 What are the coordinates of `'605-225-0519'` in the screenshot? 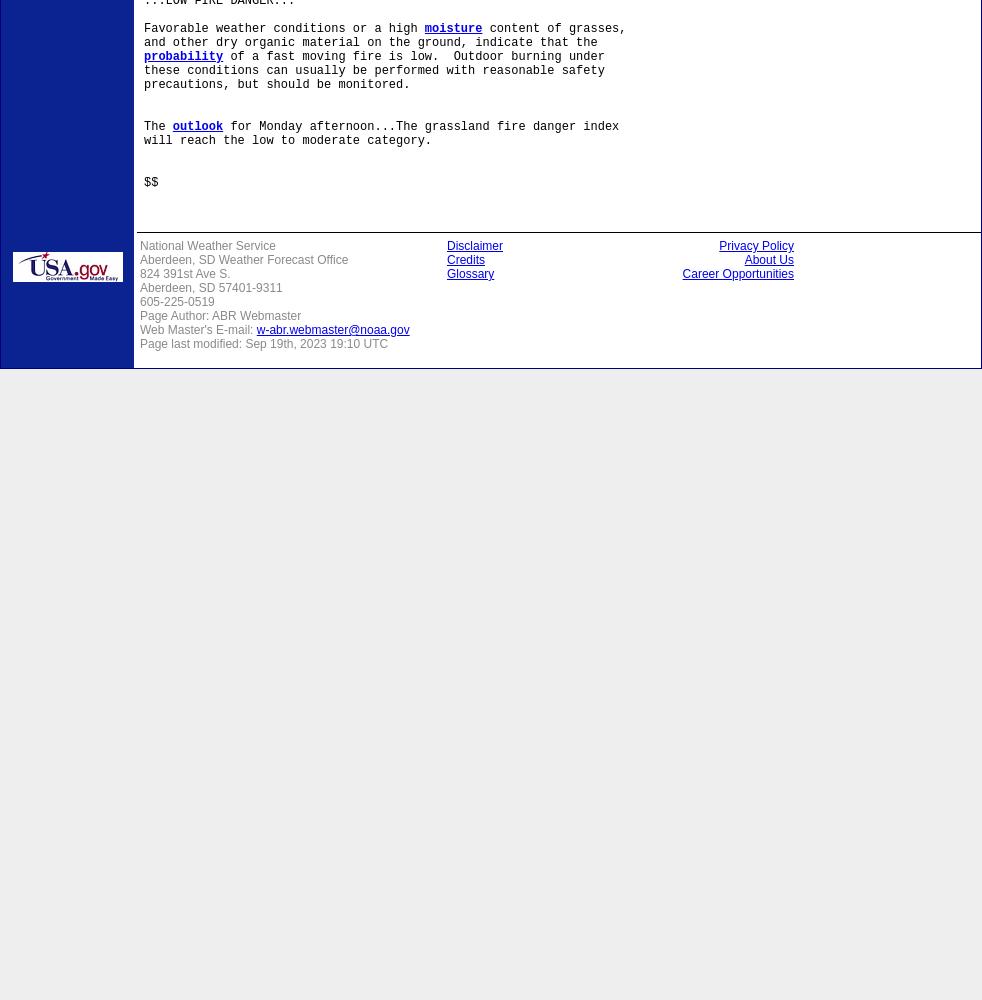 It's located at (175, 302).